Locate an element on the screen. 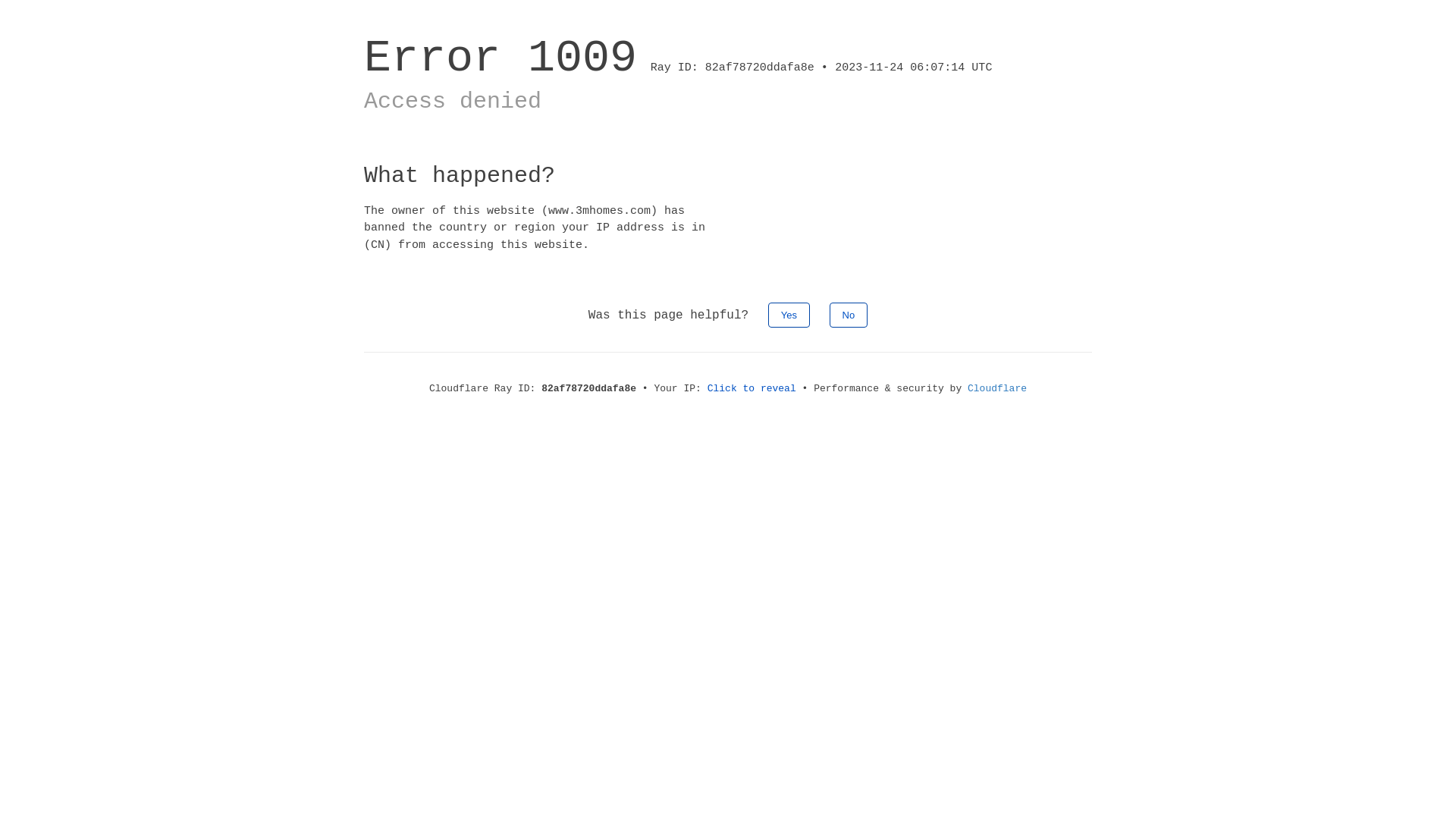 Image resolution: width=1456 pixels, height=819 pixels. 'No' is located at coordinates (829, 314).